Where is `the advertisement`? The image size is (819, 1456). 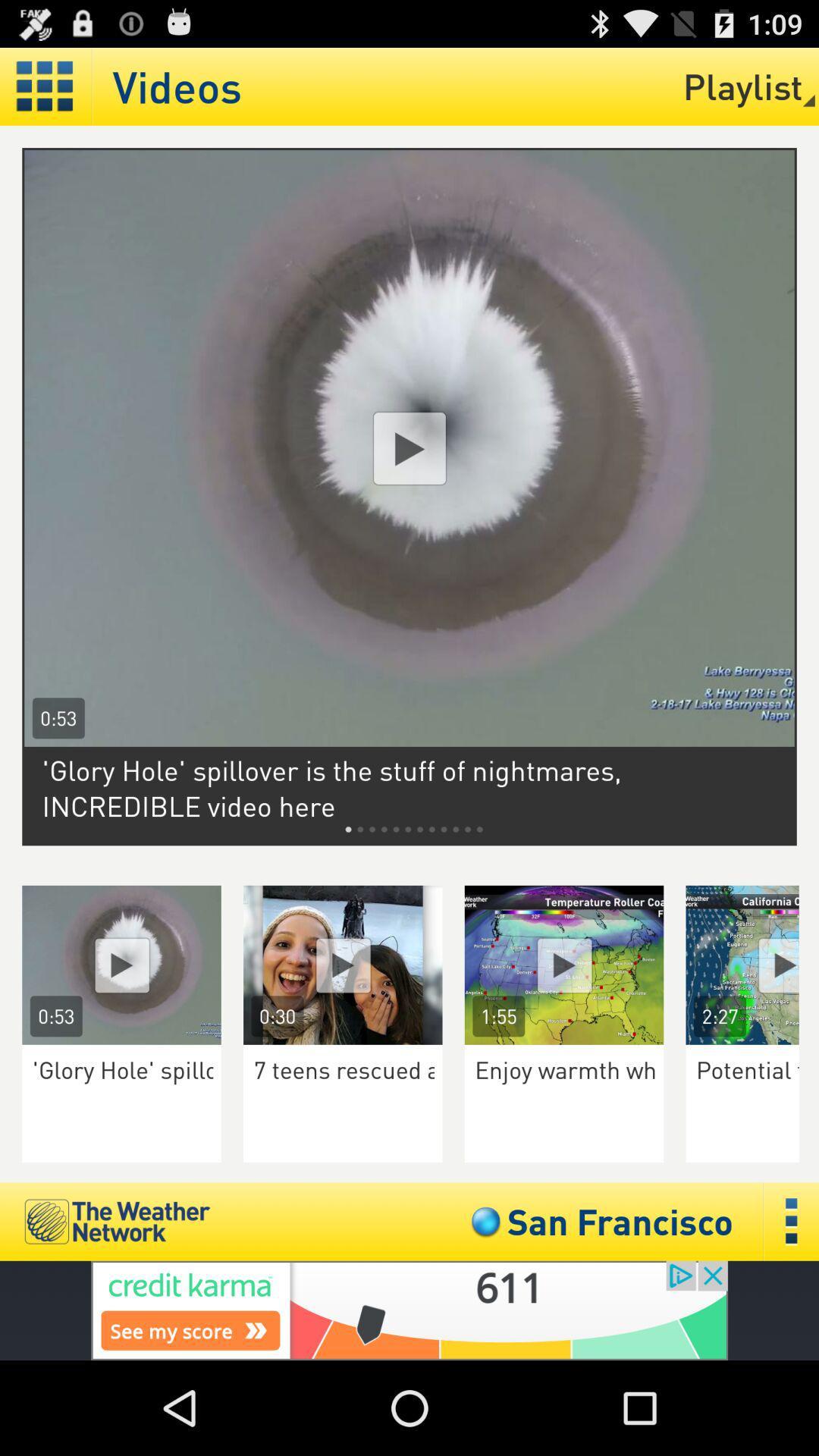 the advertisement is located at coordinates (752, 964).